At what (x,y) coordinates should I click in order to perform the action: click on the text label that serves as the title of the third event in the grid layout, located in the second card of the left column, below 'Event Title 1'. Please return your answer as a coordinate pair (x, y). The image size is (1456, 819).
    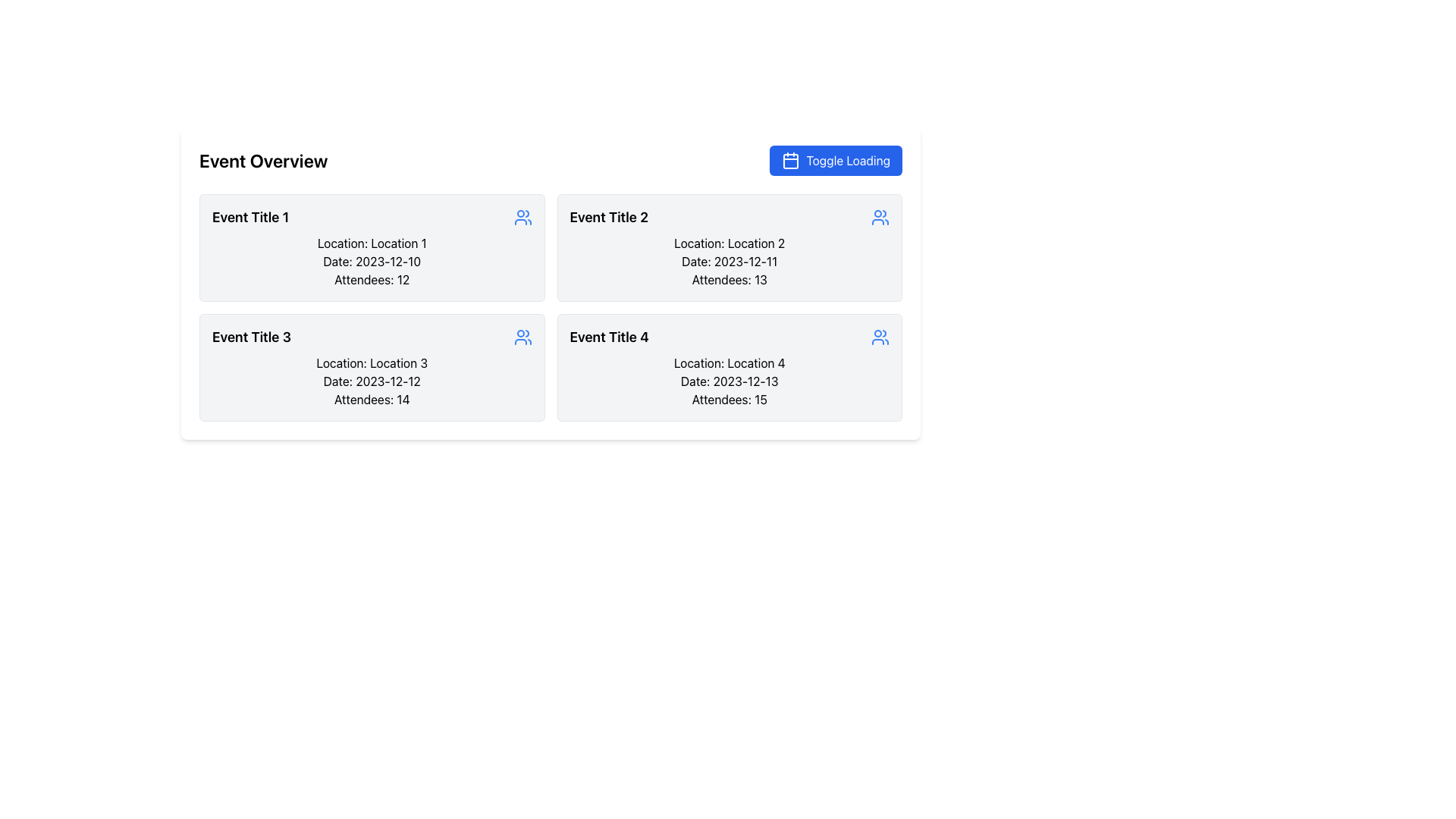
    Looking at the image, I should click on (251, 336).